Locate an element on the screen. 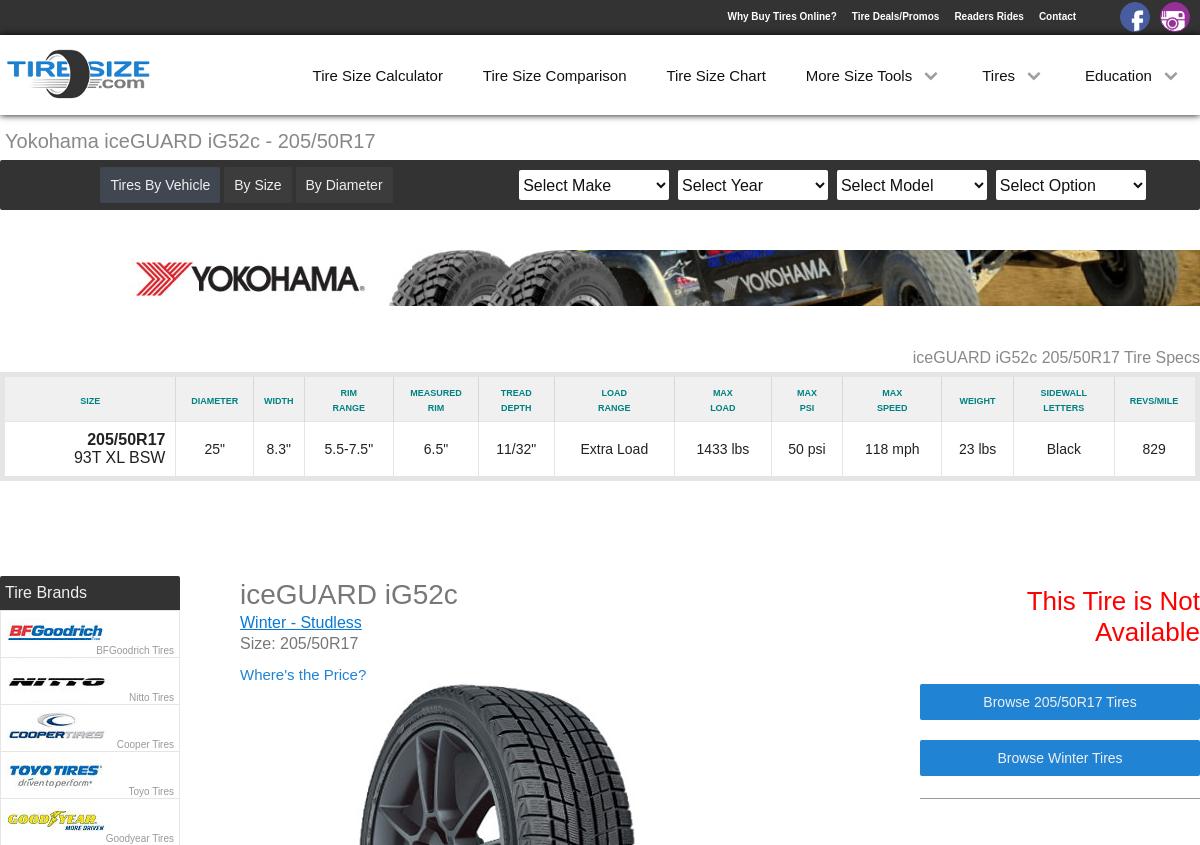 The width and height of the screenshot is (1200, 845). 'Goodyear Tires' is located at coordinates (139, 838).